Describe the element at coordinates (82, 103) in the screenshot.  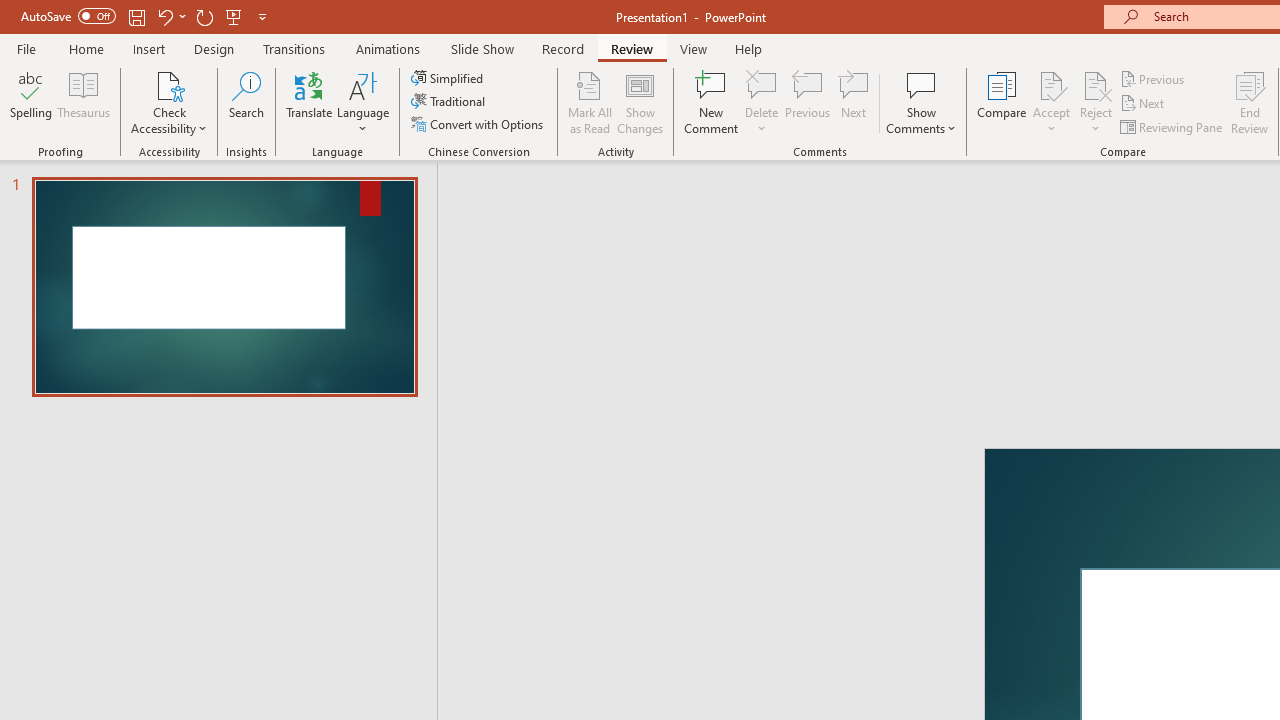
I see `'Thesaurus...'` at that location.